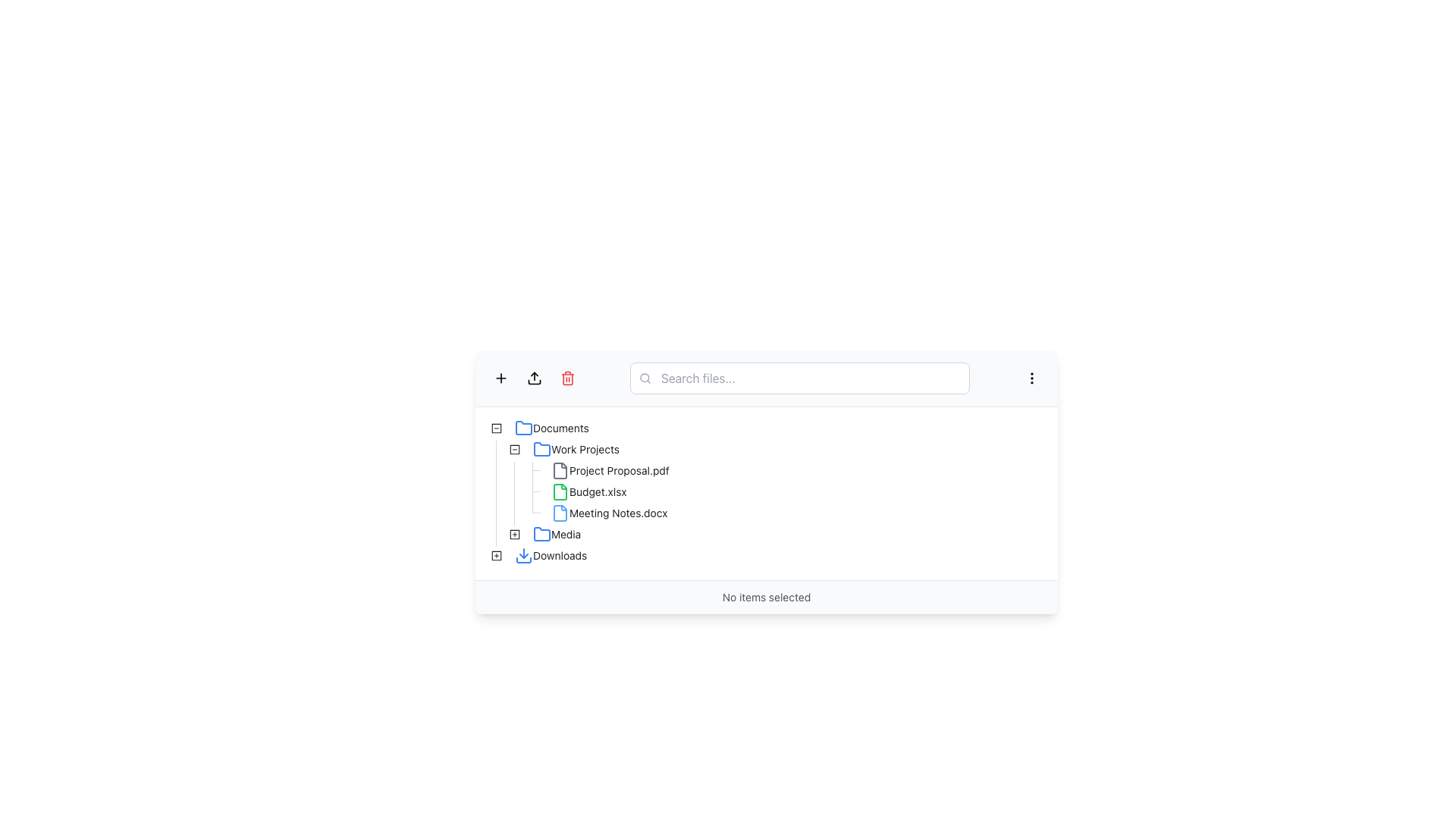 This screenshot has height=819, width=1456. Describe the element at coordinates (580, 470) in the screenshot. I see `to select the 'Project Proposal.pdf' file in the tree view, which is the first leaf node under the 'Work Projects' folder in the 'Documents' directory` at that location.